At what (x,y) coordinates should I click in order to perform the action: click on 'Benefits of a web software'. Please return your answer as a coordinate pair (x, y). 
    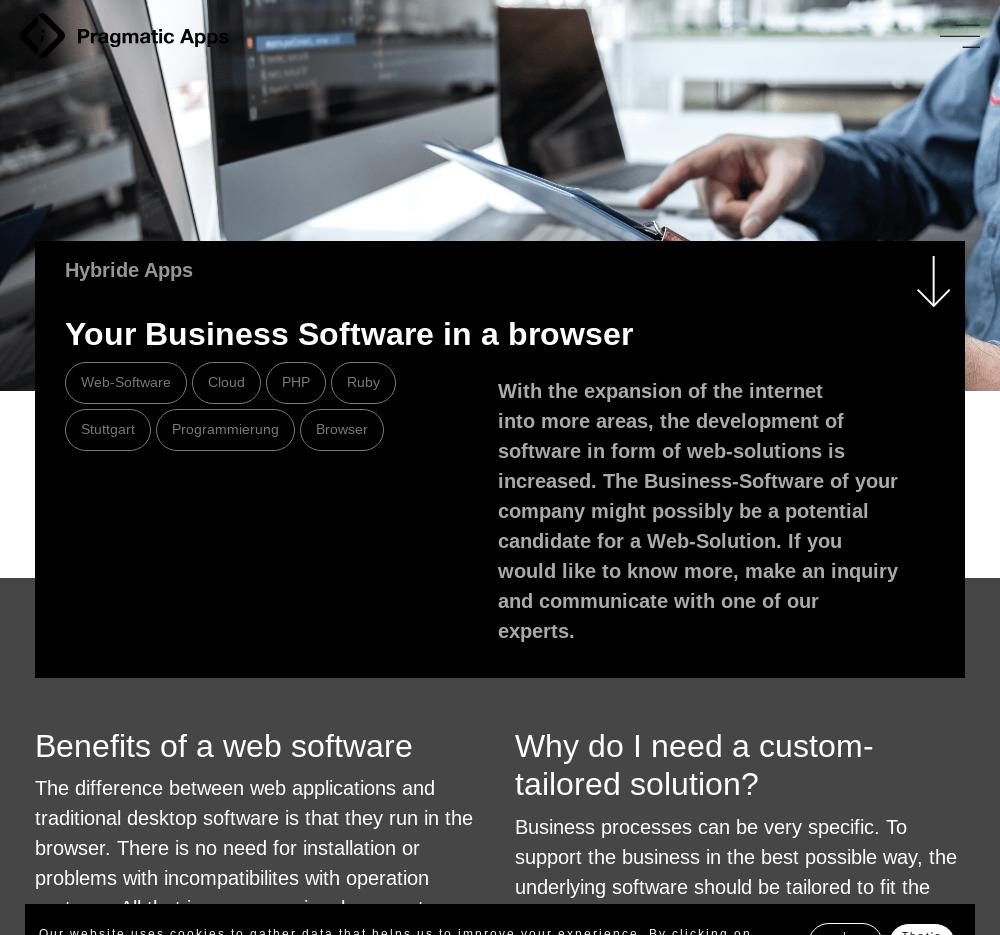
    Looking at the image, I should click on (223, 746).